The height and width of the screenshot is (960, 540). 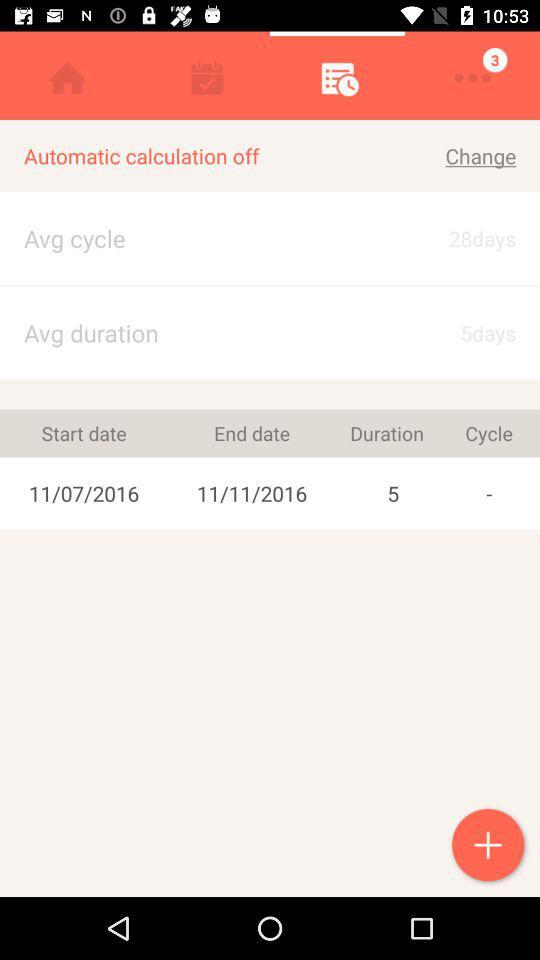 What do you see at coordinates (489, 846) in the screenshot?
I see `new record` at bounding box center [489, 846].